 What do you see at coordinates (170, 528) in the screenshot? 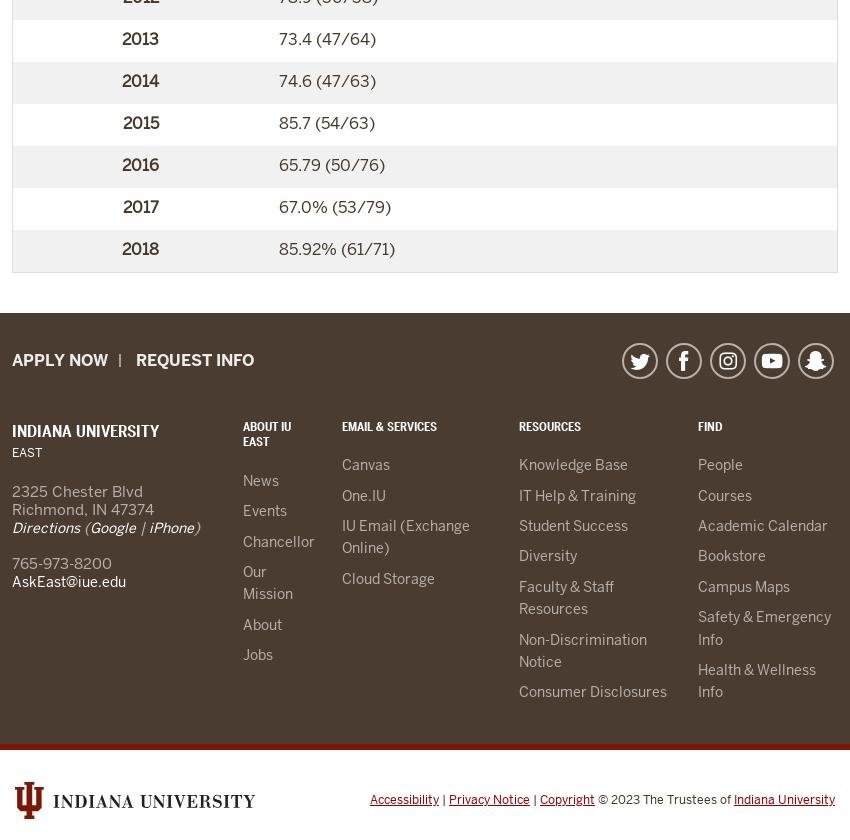
I see `'iPhone'` at bounding box center [170, 528].